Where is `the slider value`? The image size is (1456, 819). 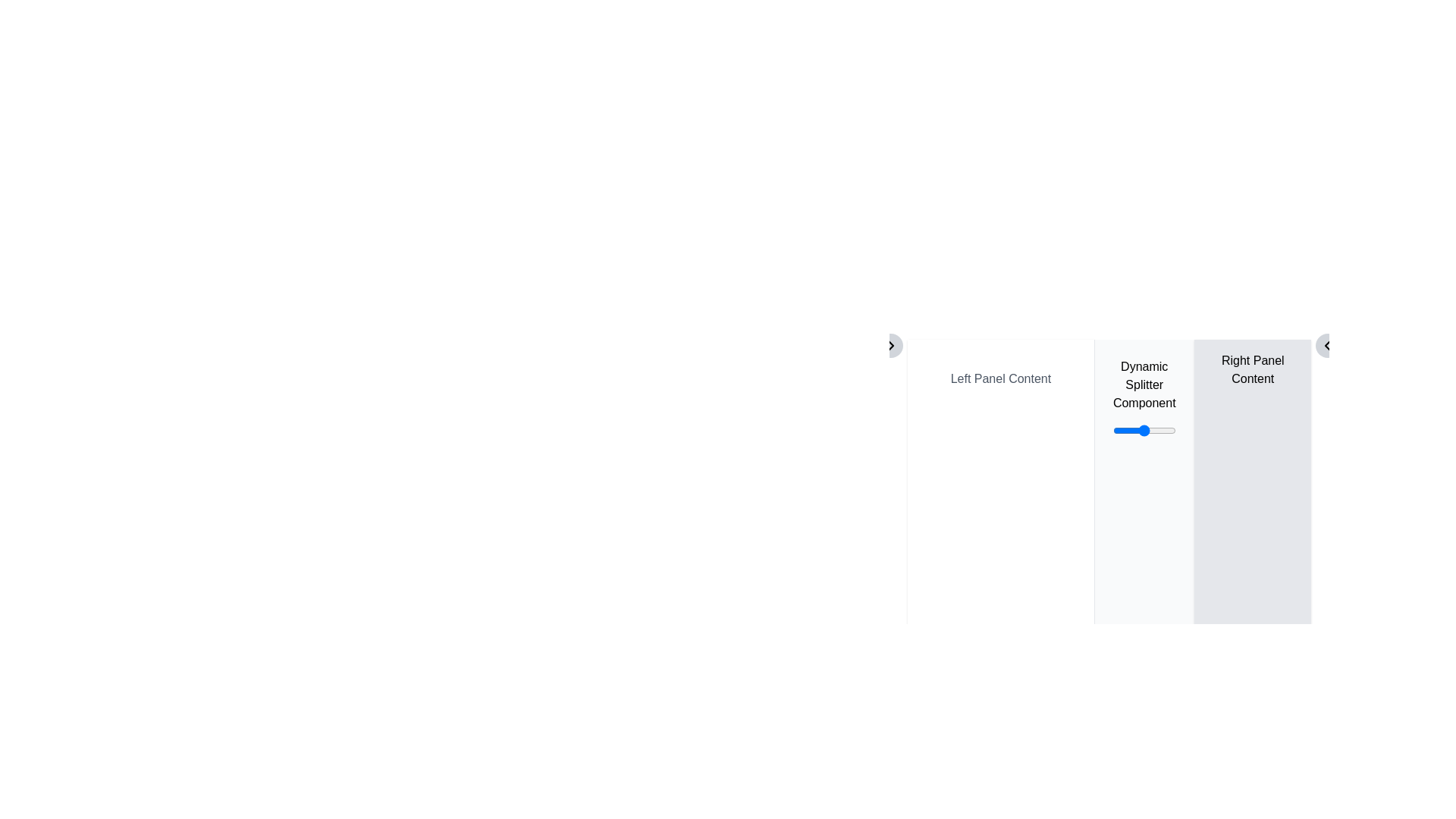
the slider value is located at coordinates (1127, 430).